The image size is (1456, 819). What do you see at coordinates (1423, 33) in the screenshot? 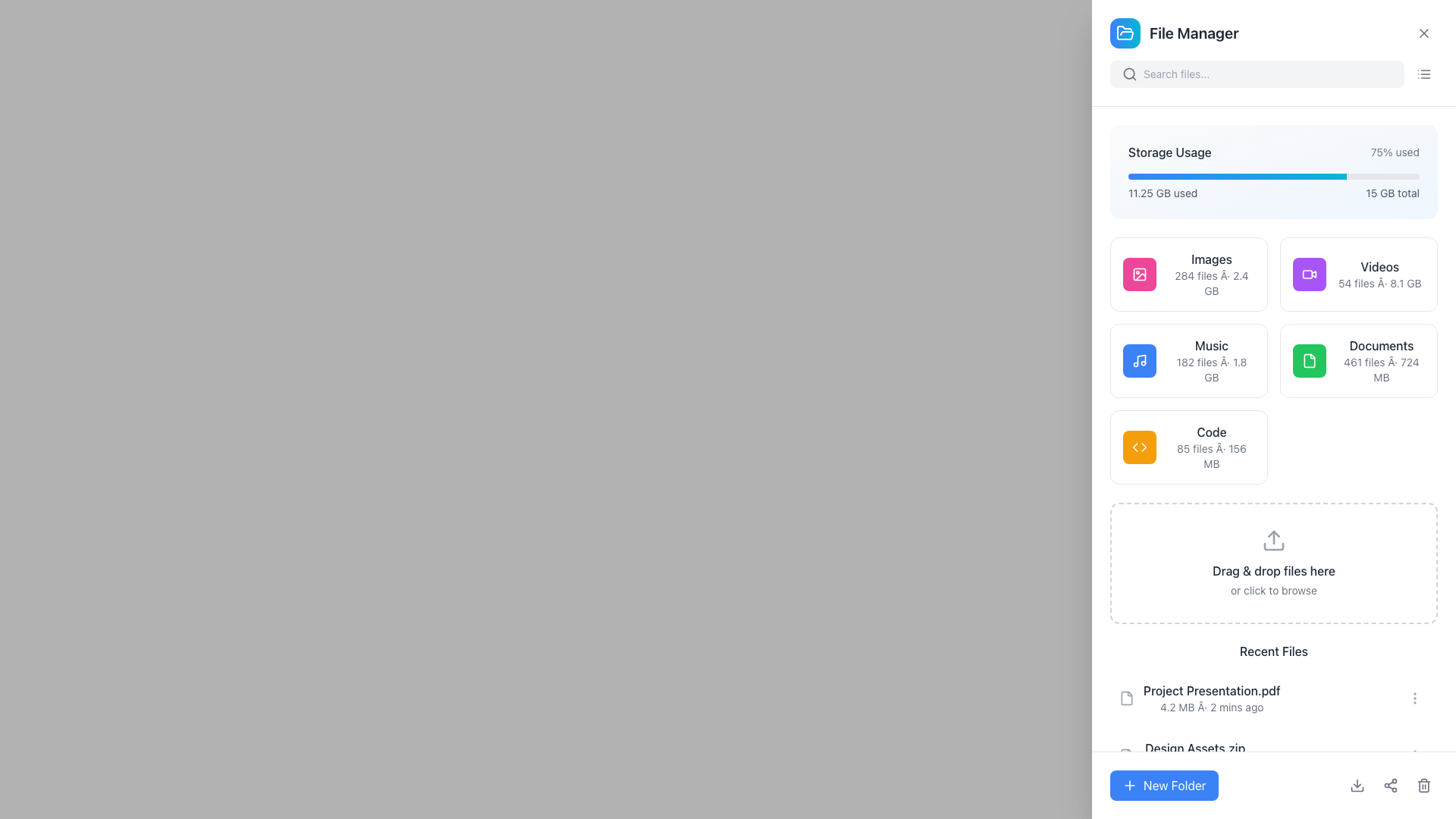
I see `the 'X' icon button located in the upper-right corner of the 'File Manager' header bar` at bounding box center [1423, 33].